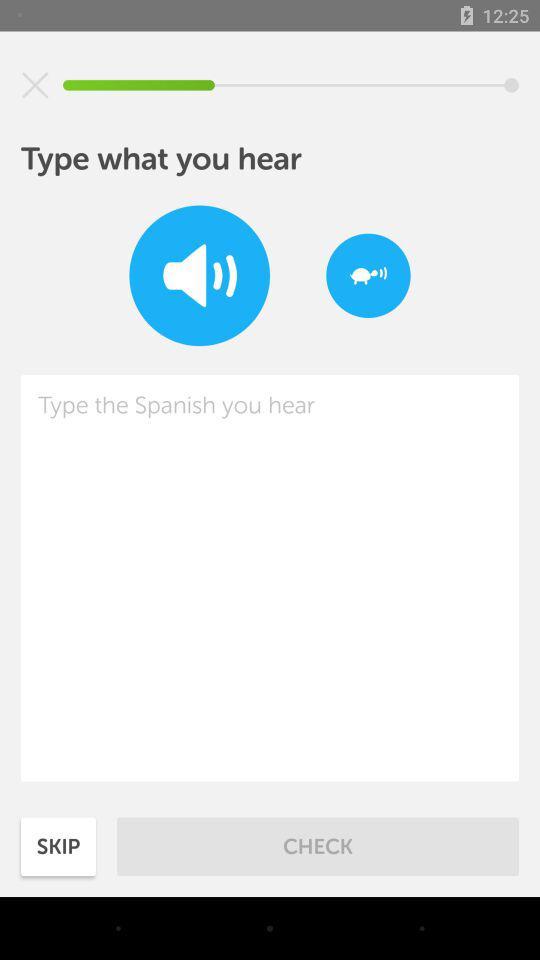  What do you see at coordinates (58, 845) in the screenshot?
I see `icon at the bottom left corner` at bounding box center [58, 845].